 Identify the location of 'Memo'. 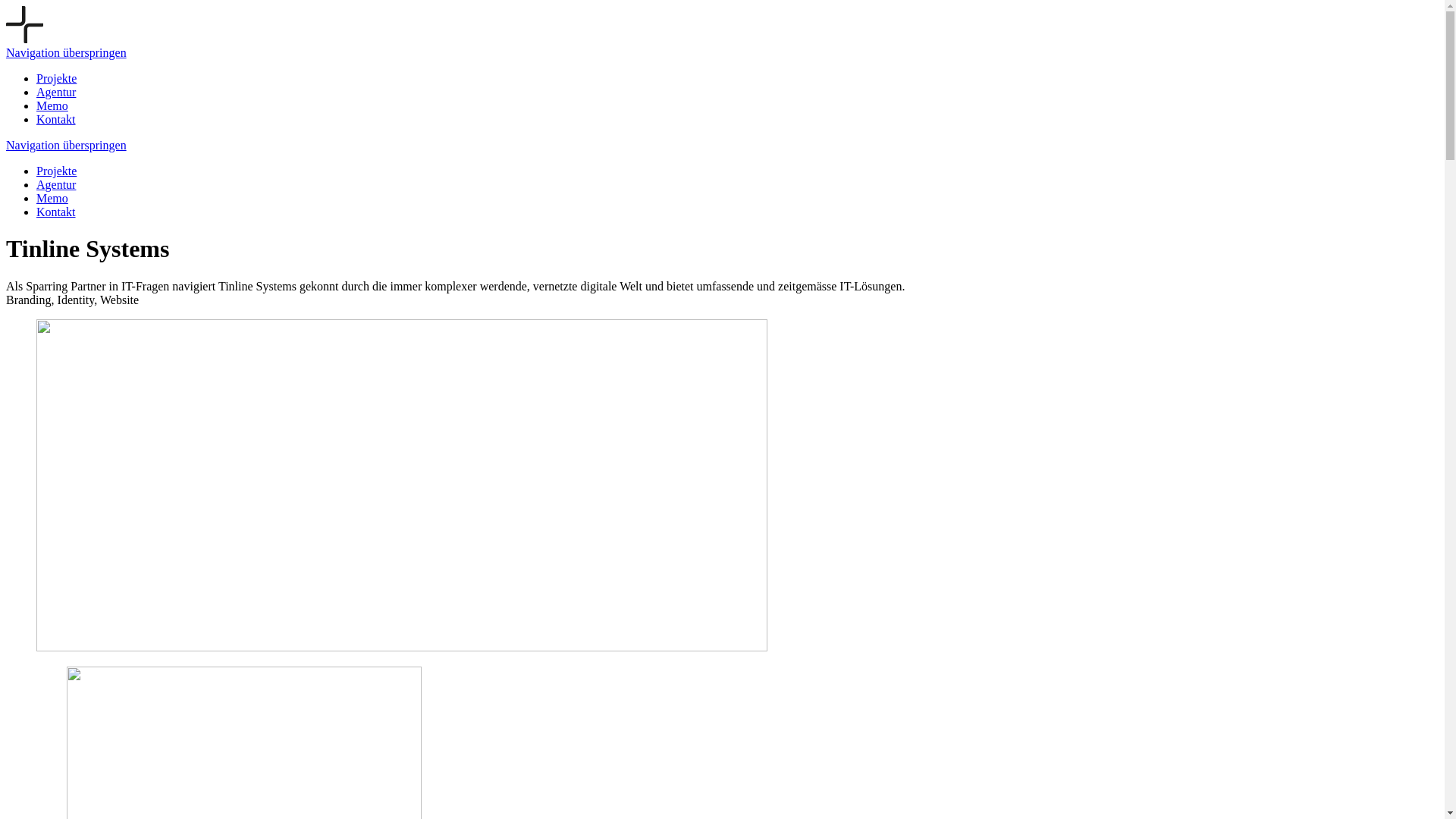
(52, 197).